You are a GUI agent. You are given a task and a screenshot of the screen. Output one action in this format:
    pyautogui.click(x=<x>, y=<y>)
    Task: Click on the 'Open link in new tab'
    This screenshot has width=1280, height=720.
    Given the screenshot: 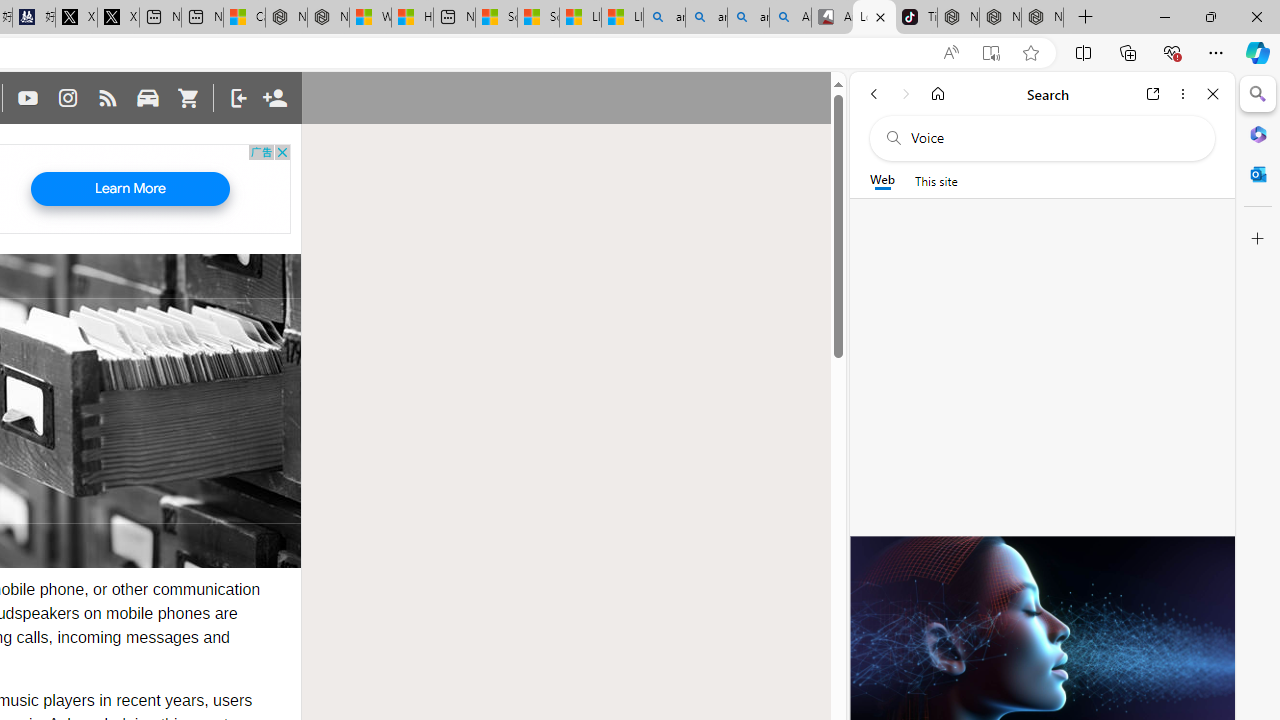 What is the action you would take?
    pyautogui.click(x=1153, y=93)
    